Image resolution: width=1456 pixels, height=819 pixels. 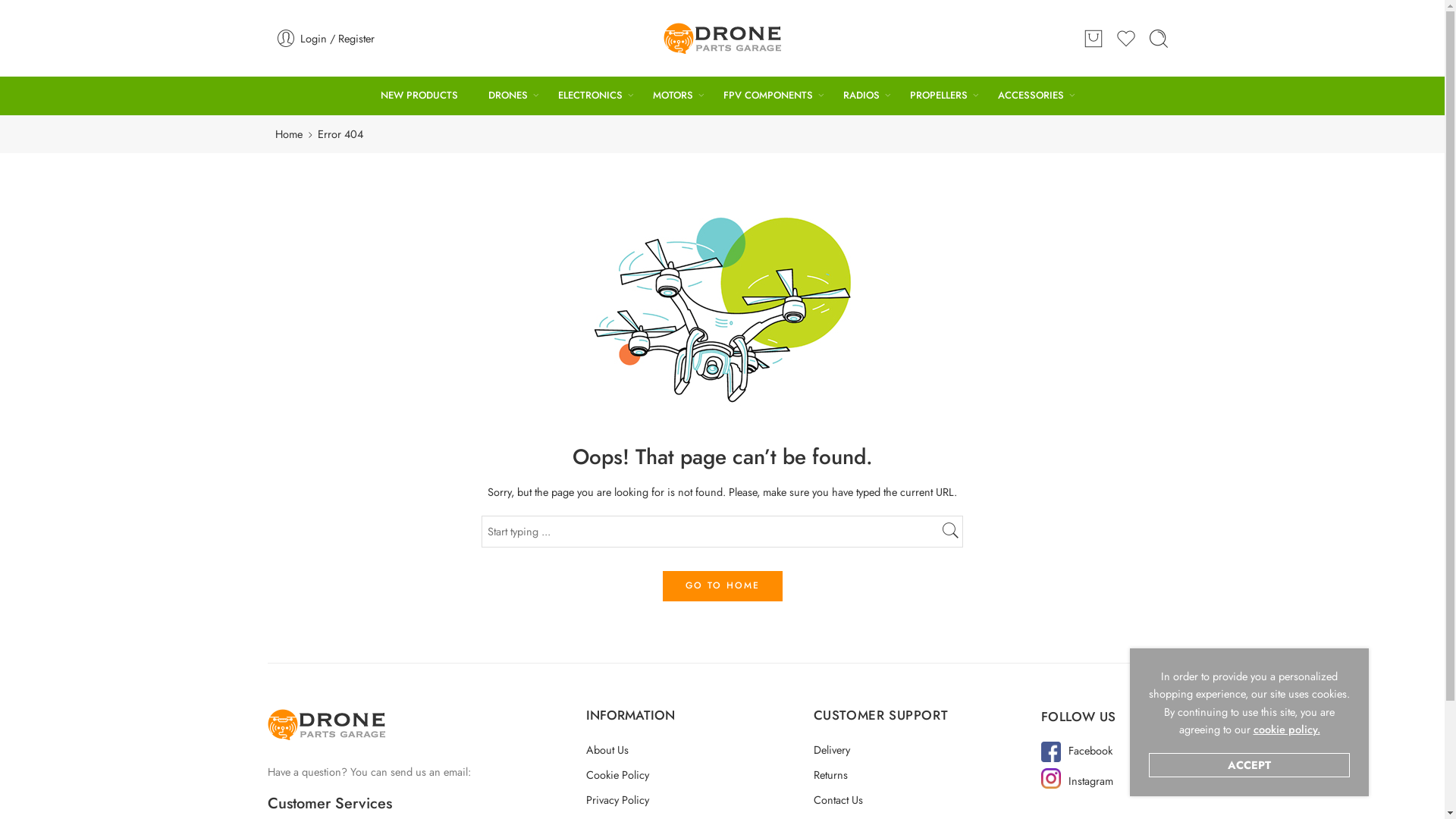 I want to click on 'RADIOS', so click(x=861, y=96).